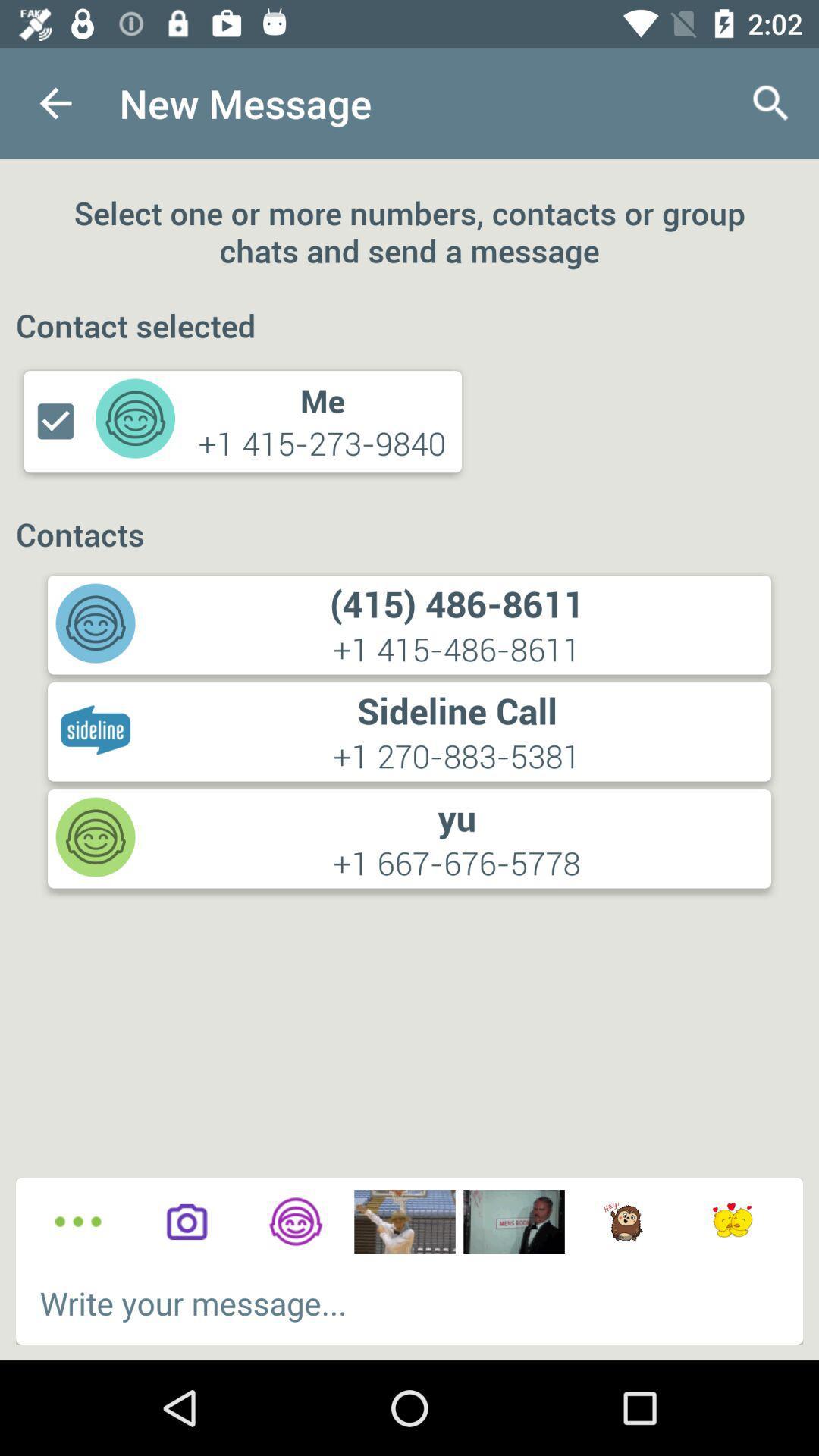  Describe the element at coordinates (409, 1302) in the screenshot. I see `write text` at that location.